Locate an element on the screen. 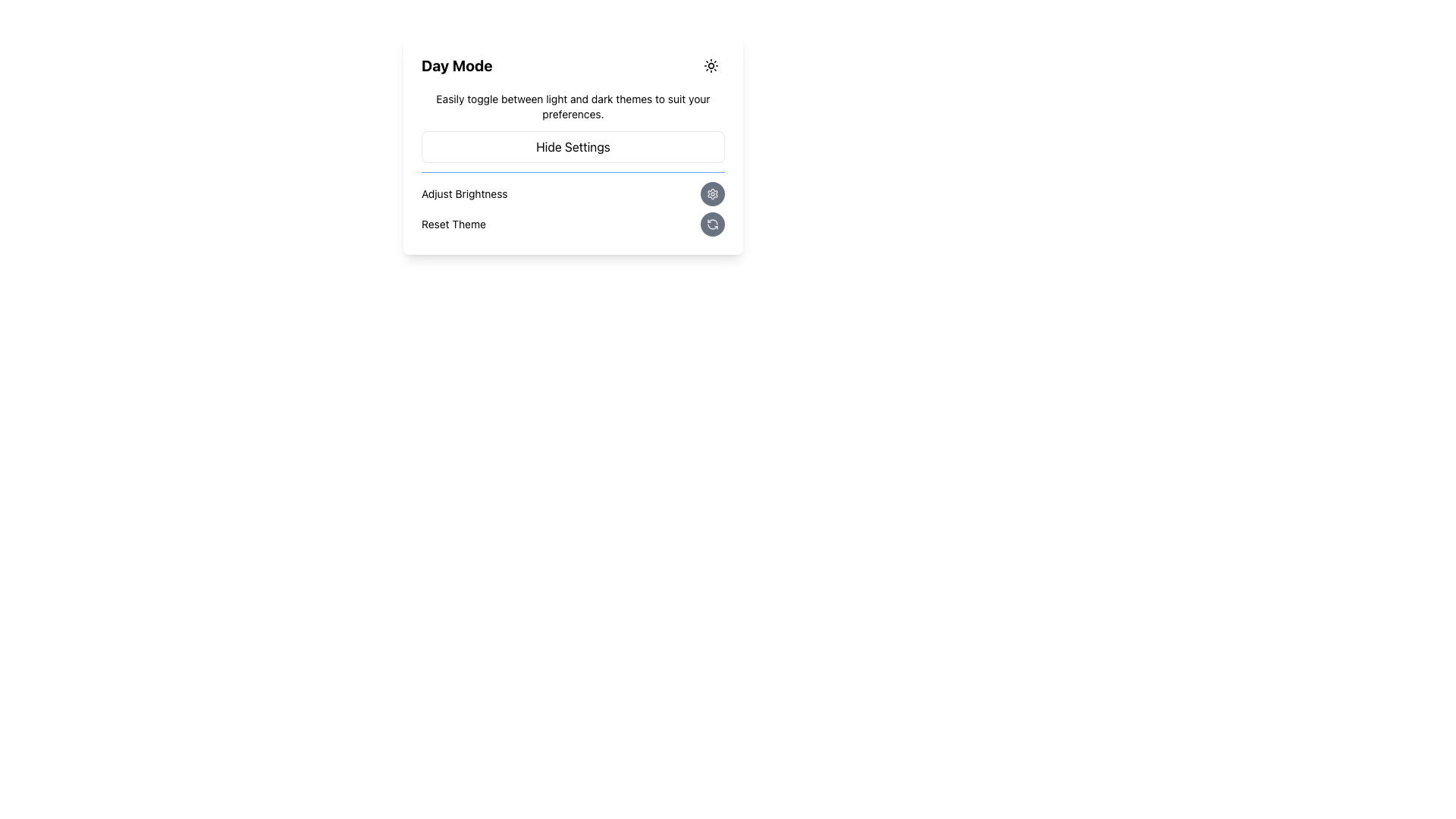 This screenshot has height=819, width=1456. text paragraph stating 'Easily toggle between light and dark themes to suit your preferences.' which is located in the settings panel below the 'Day Mode' header and above the 'Hide Settings' button is located at coordinates (572, 106).